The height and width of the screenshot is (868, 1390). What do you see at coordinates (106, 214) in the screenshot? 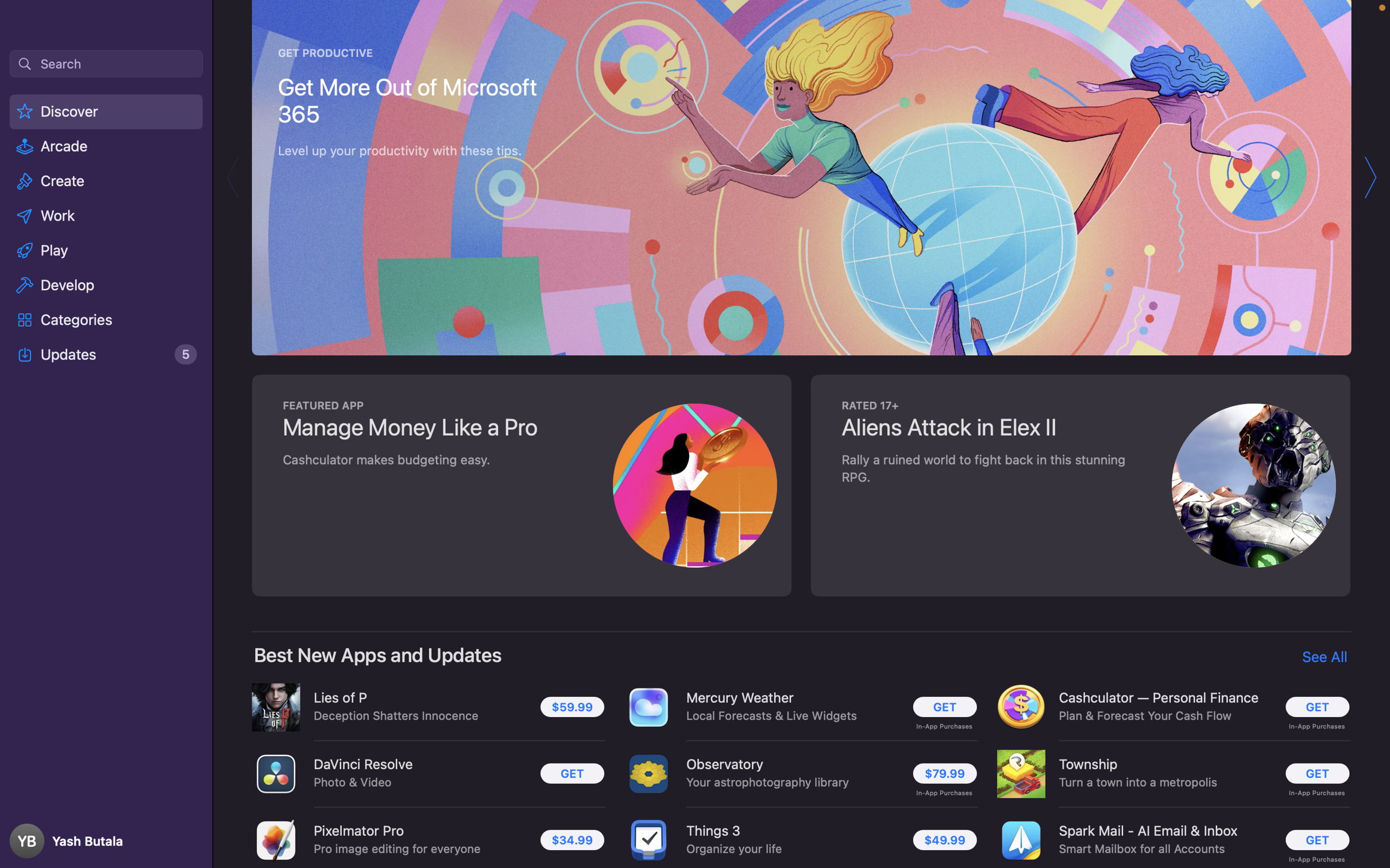
I see `the "Work" category` at bounding box center [106, 214].